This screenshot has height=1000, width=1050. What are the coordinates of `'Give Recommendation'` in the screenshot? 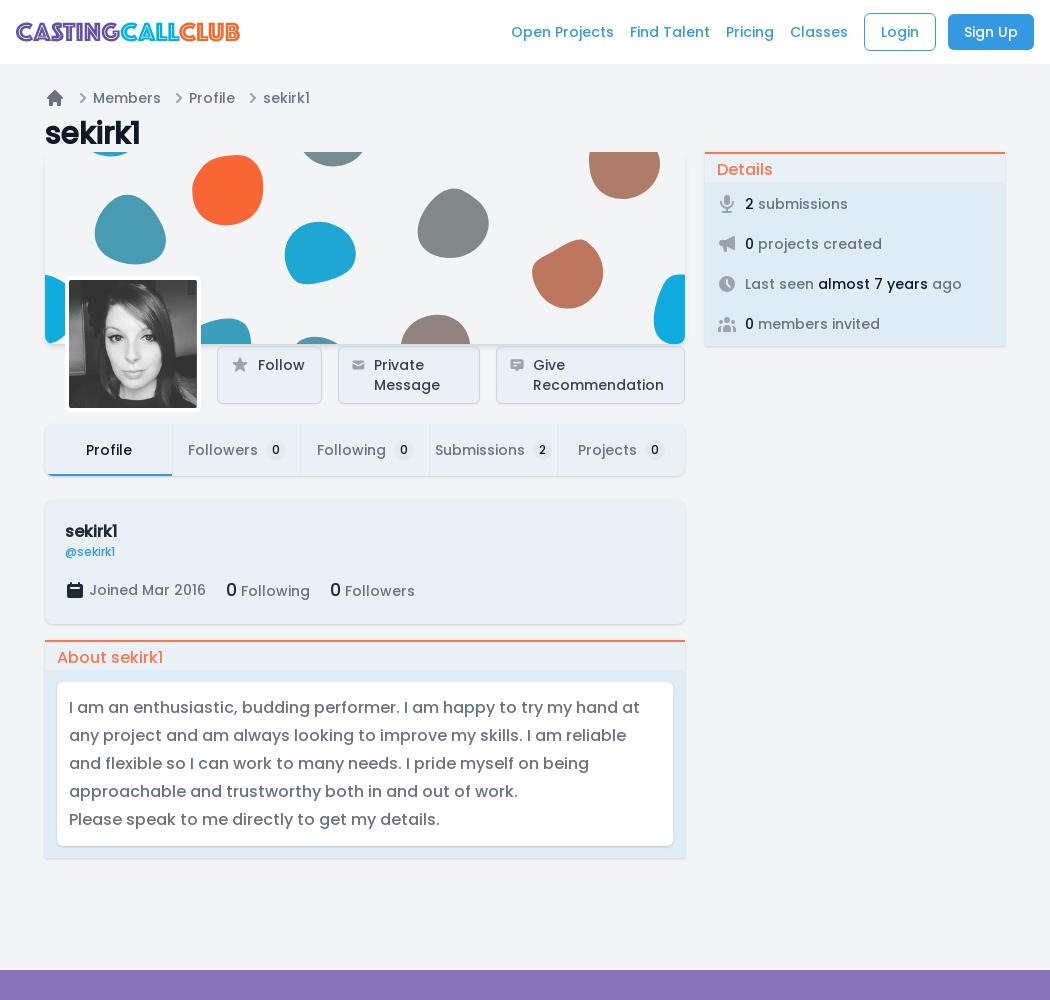 It's located at (597, 375).